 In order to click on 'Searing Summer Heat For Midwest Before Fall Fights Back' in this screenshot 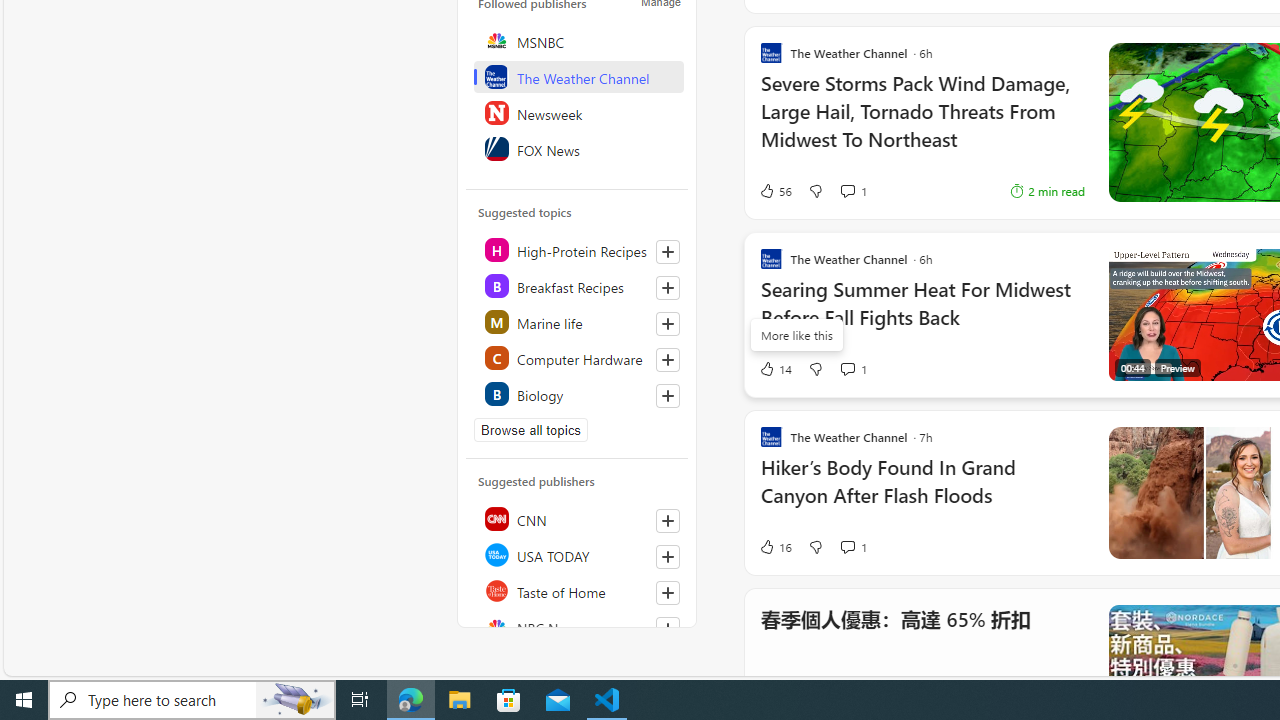, I will do `click(921, 313)`.